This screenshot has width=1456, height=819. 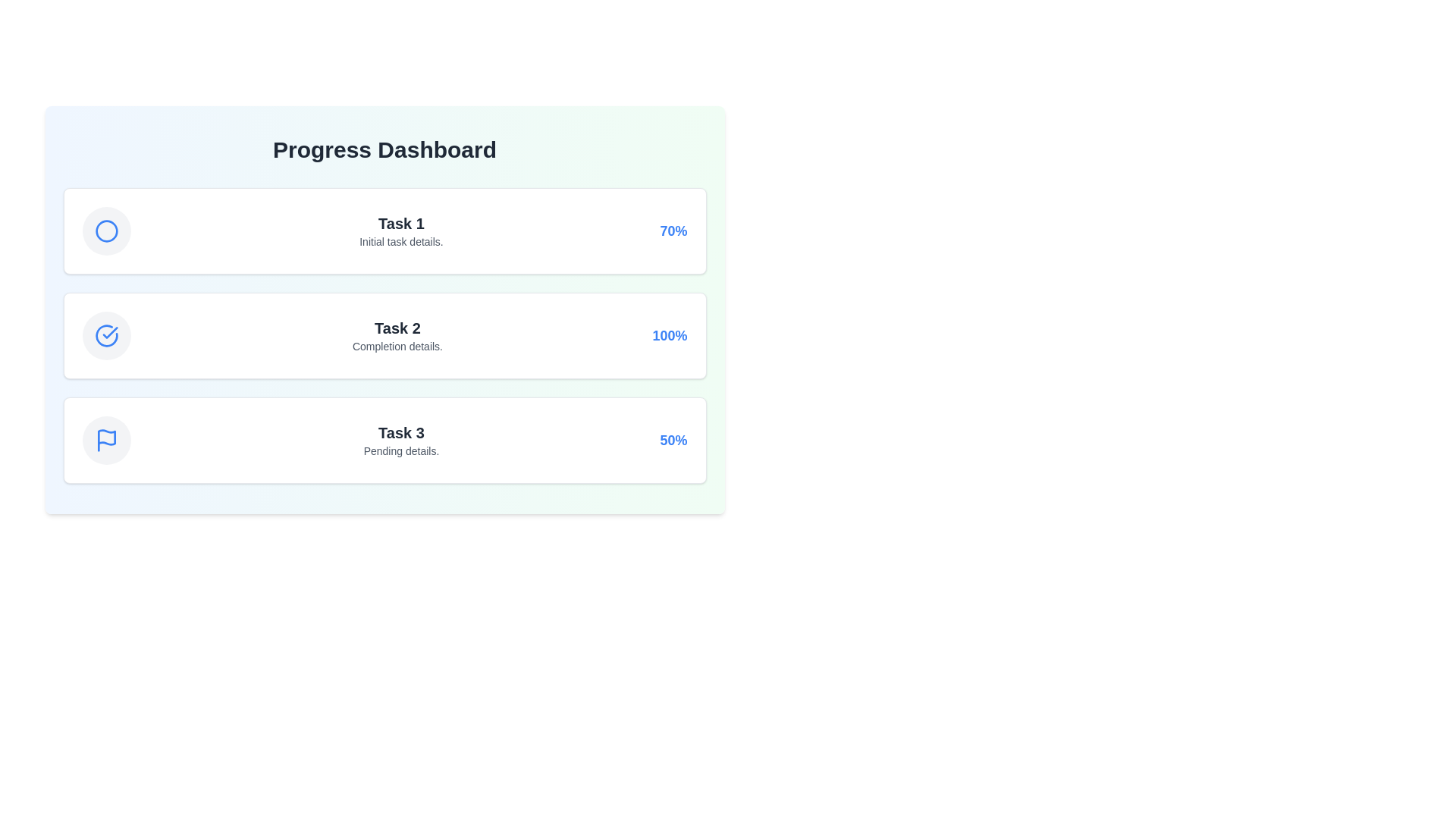 What do you see at coordinates (105, 335) in the screenshot?
I see `the second circular icon in the vertical list that indicates the completion status of 'Task 2' labeled 'Completion details.'` at bounding box center [105, 335].